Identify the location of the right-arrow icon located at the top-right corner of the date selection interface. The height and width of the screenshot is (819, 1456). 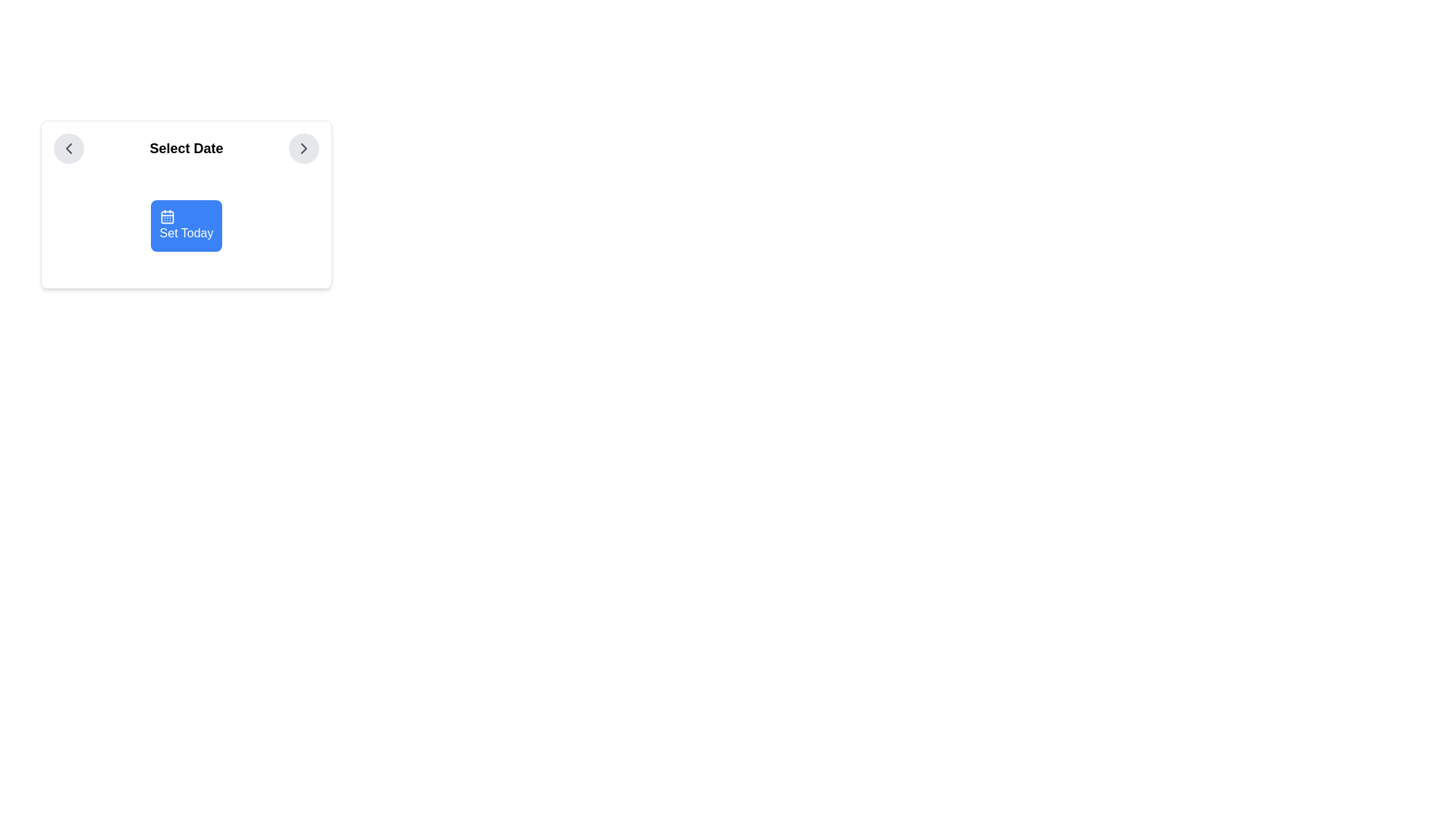
(303, 149).